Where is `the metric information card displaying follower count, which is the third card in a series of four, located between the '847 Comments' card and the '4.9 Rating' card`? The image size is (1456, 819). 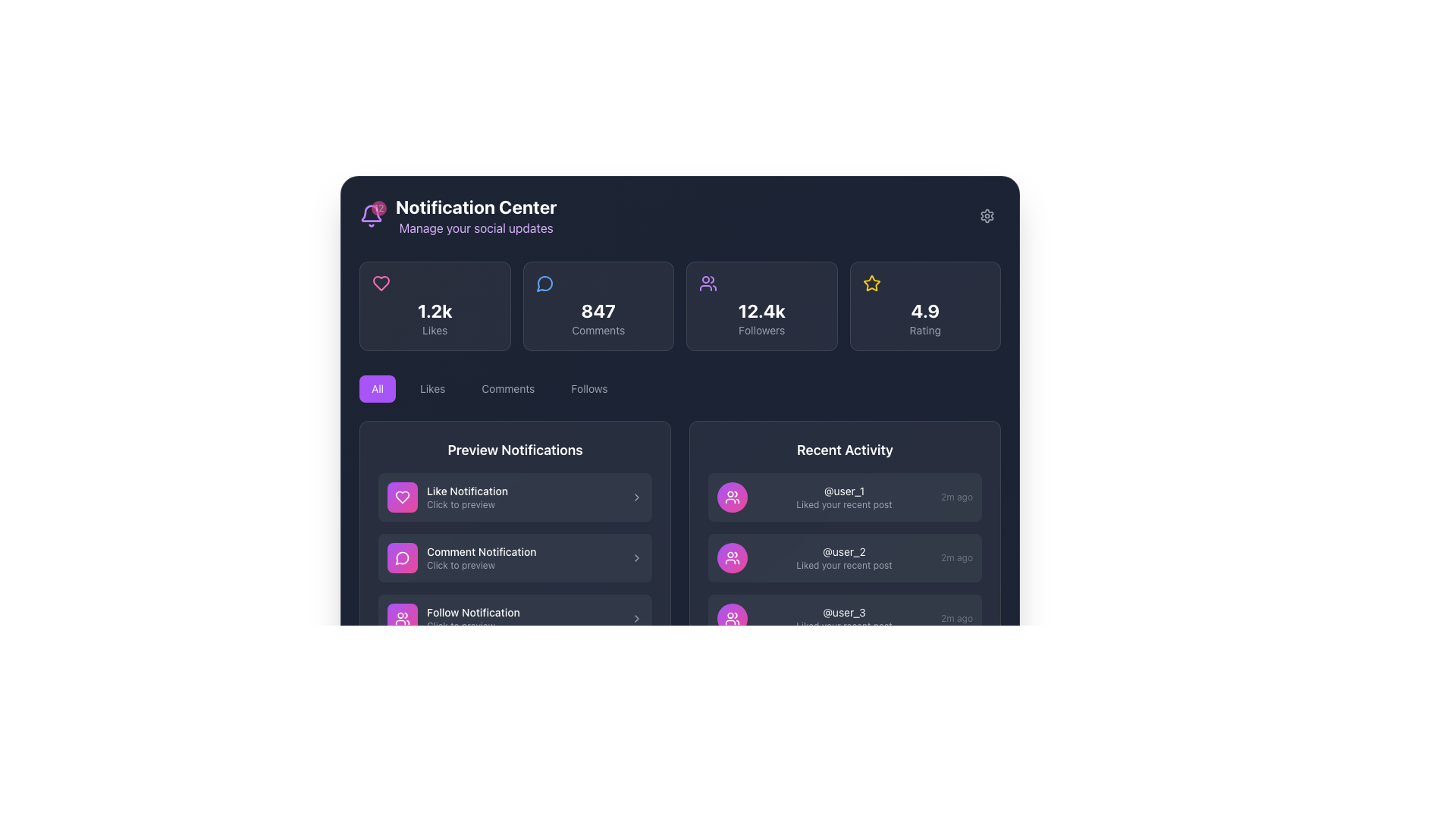
the metric information card displaying follower count, which is the third card in a series of four, located between the '847 Comments' card and the '4.9 Rating' card is located at coordinates (761, 306).